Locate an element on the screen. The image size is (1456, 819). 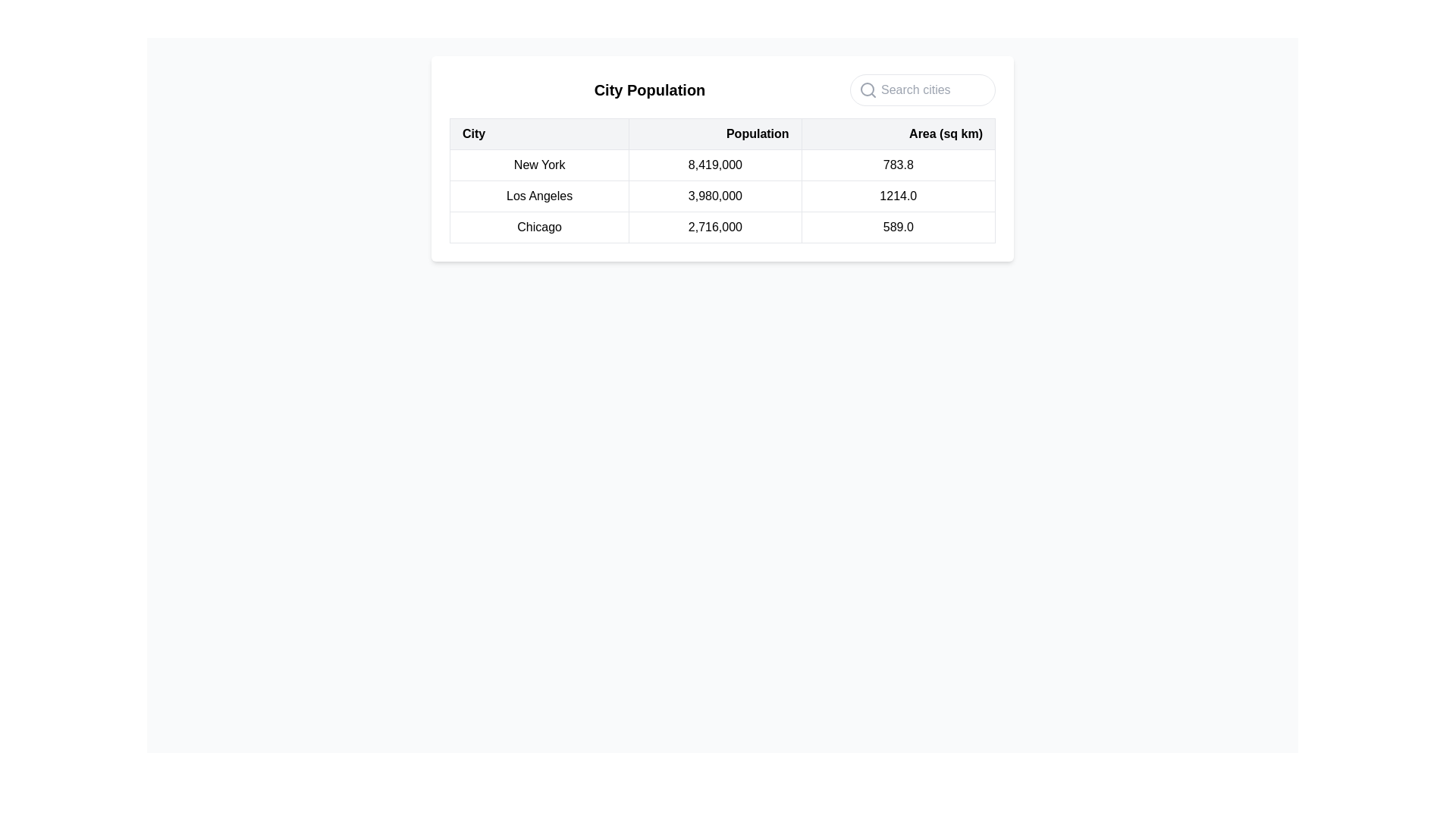
the search icon resembling a magnifying glass located on the left side of the search bar, near the placeholder text 'Search cities' is located at coordinates (868, 90).